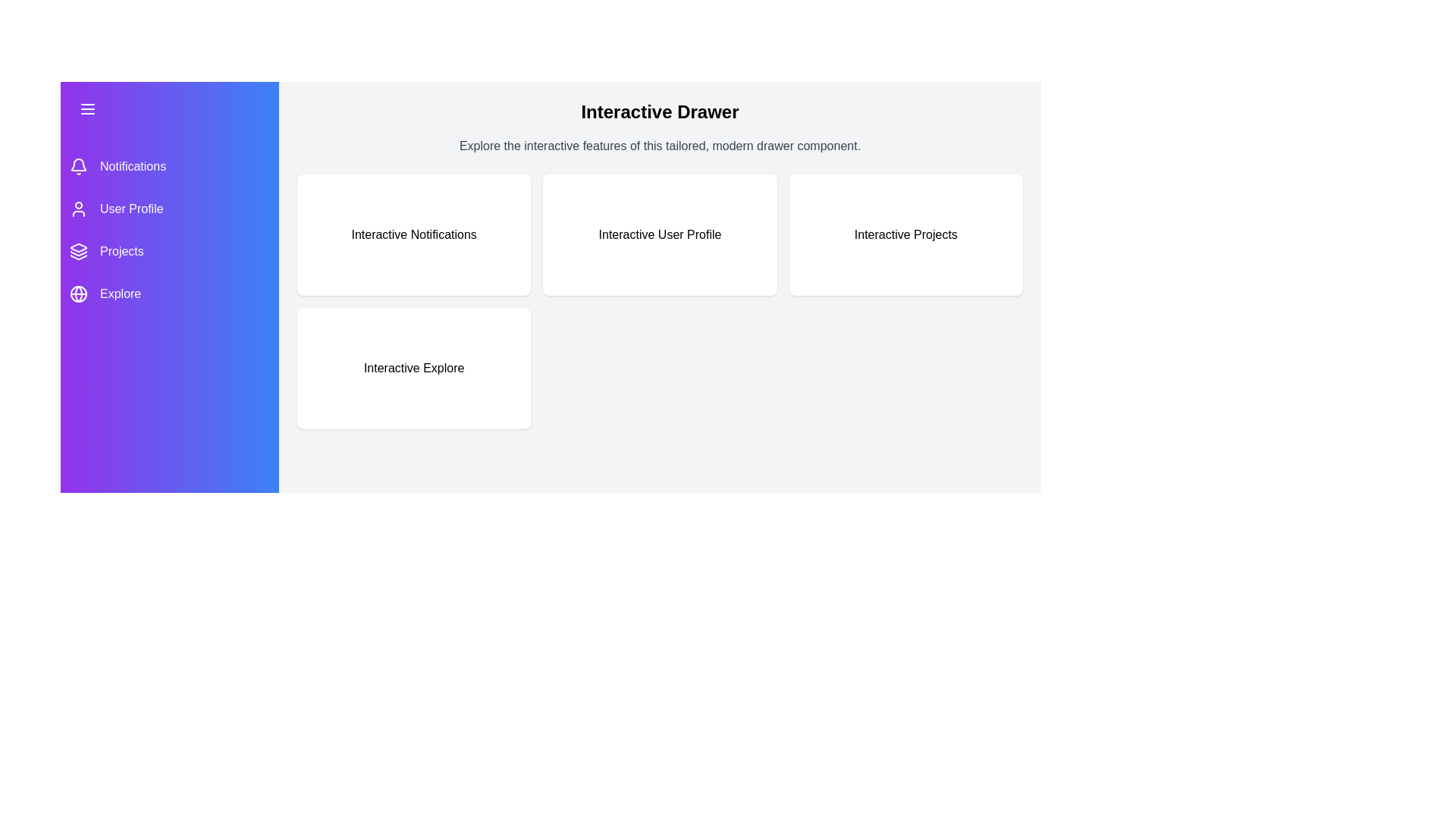  What do you see at coordinates (170, 166) in the screenshot?
I see `the menu item Notifications to navigate` at bounding box center [170, 166].